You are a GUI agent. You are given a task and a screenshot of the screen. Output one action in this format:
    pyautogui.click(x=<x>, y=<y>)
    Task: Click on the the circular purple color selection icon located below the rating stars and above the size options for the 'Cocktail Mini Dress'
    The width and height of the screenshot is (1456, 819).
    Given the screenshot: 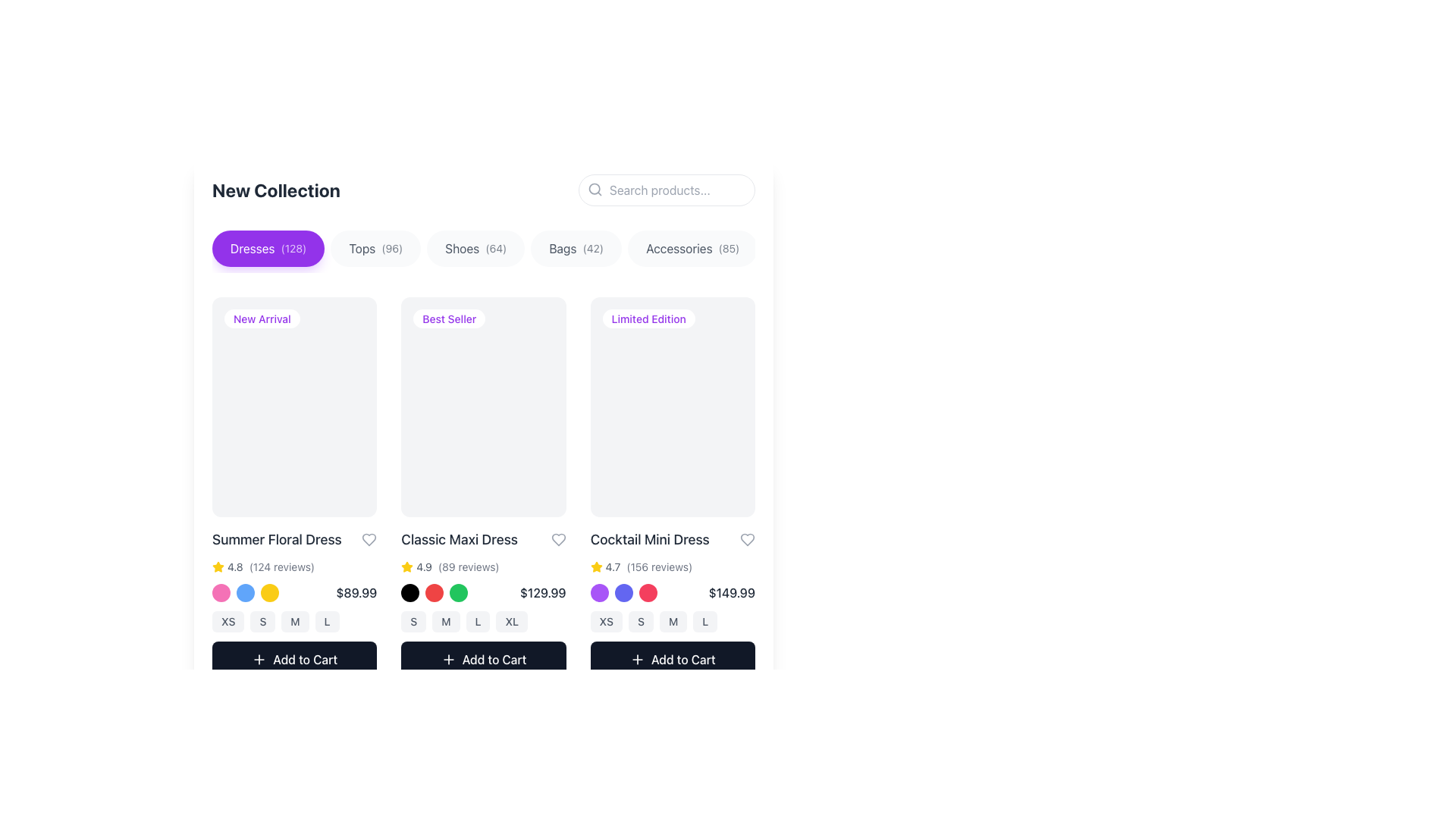 What is the action you would take?
    pyautogui.click(x=598, y=591)
    